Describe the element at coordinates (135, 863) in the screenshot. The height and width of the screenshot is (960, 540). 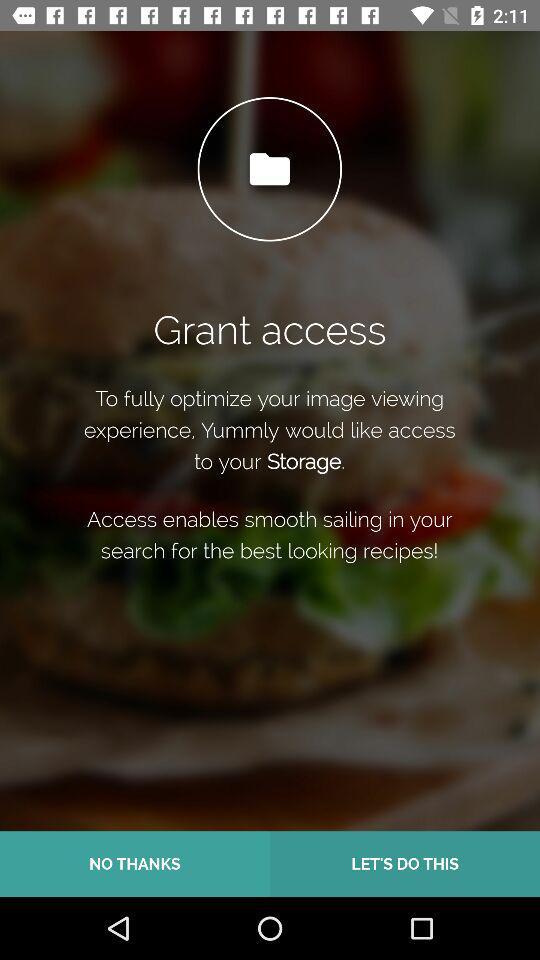
I see `item to the left of let s do icon` at that location.